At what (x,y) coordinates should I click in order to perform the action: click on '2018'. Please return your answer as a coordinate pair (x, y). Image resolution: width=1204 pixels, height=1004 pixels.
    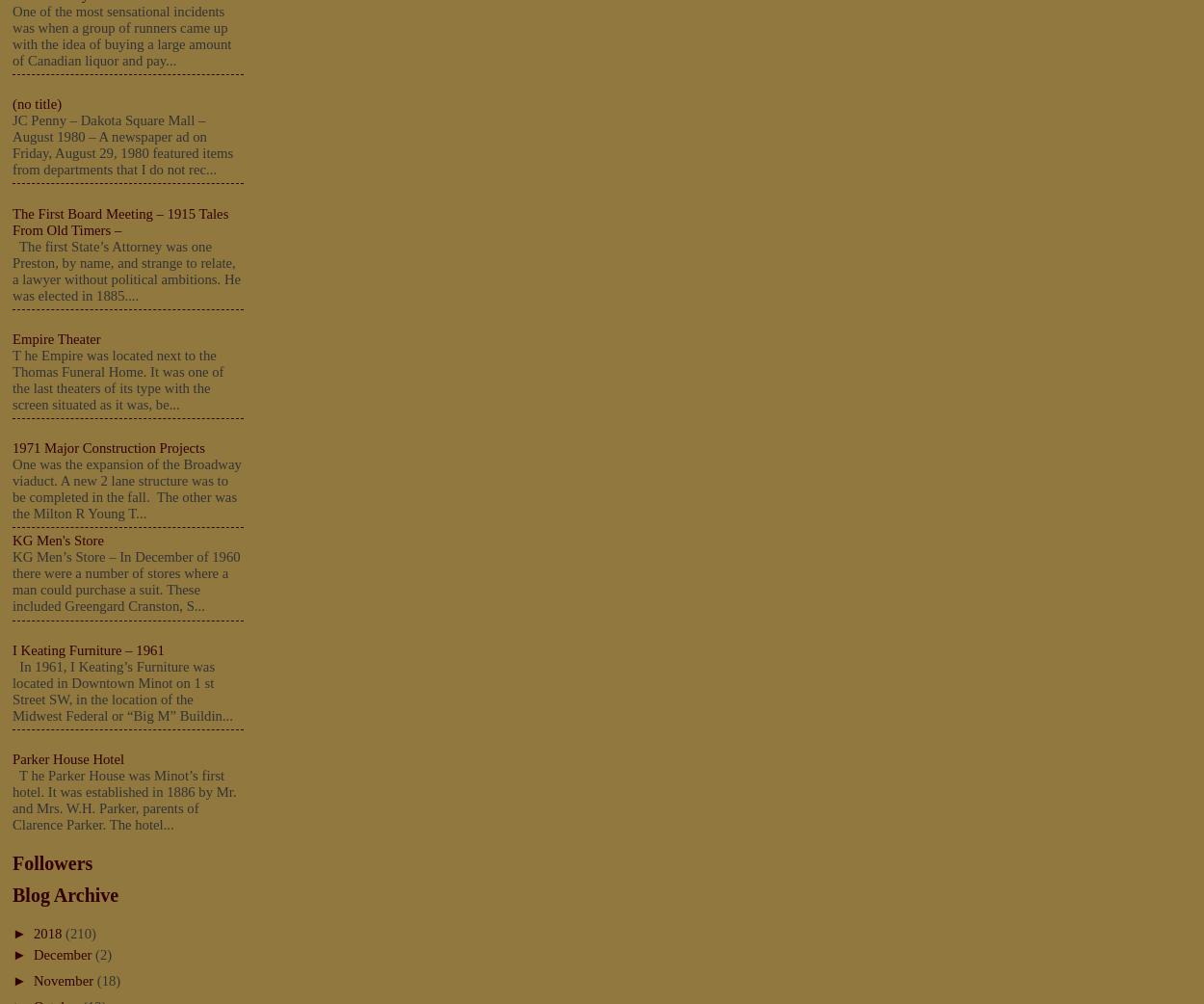
    Looking at the image, I should click on (49, 933).